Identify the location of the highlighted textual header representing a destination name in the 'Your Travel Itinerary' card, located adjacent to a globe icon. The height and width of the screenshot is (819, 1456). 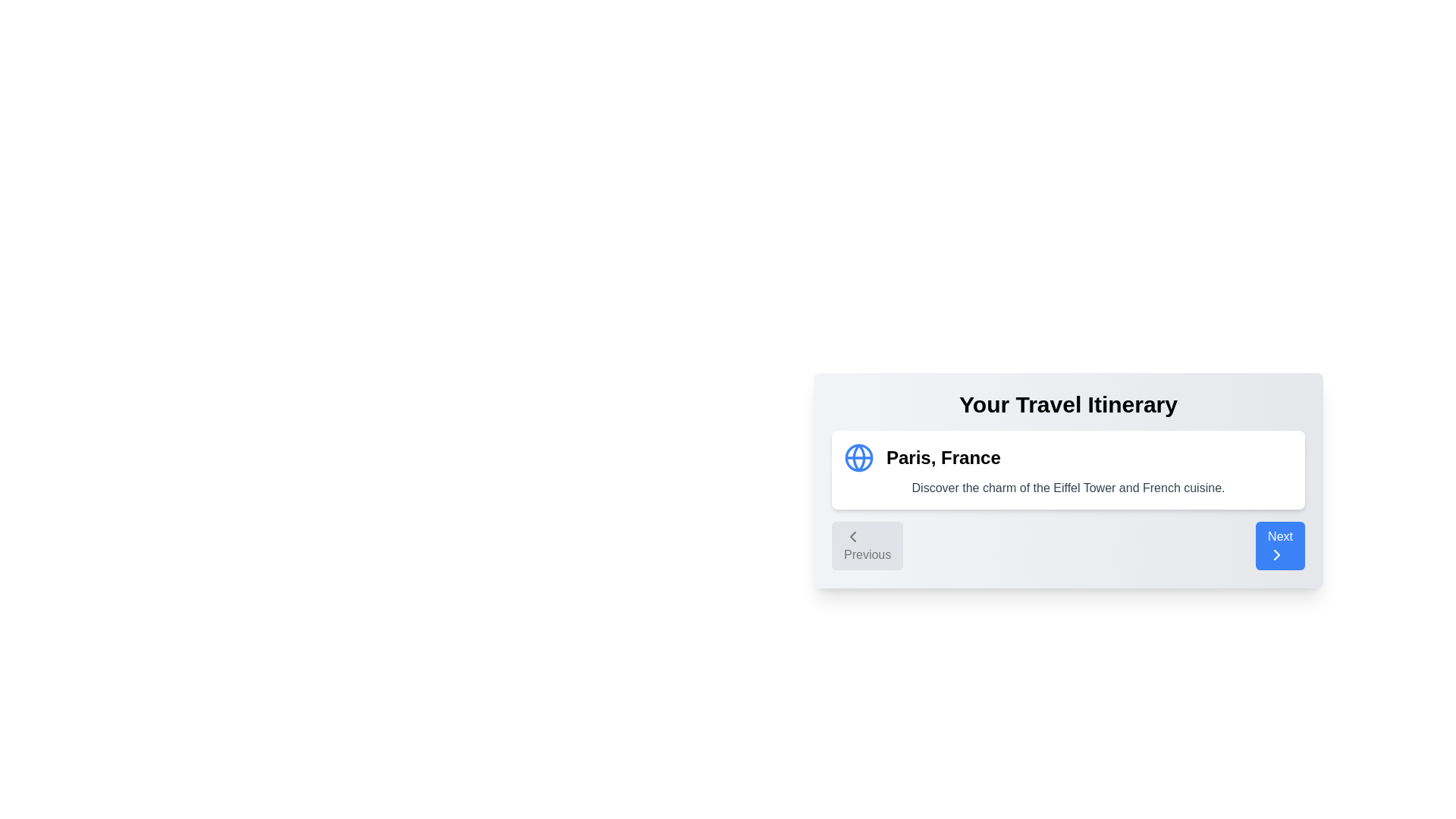
(943, 457).